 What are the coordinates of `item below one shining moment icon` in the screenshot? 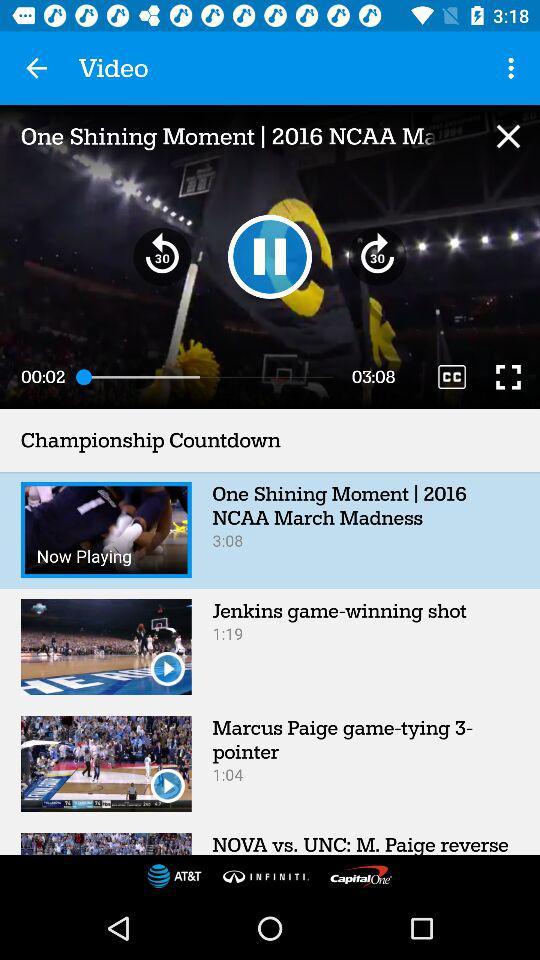 It's located at (161, 255).